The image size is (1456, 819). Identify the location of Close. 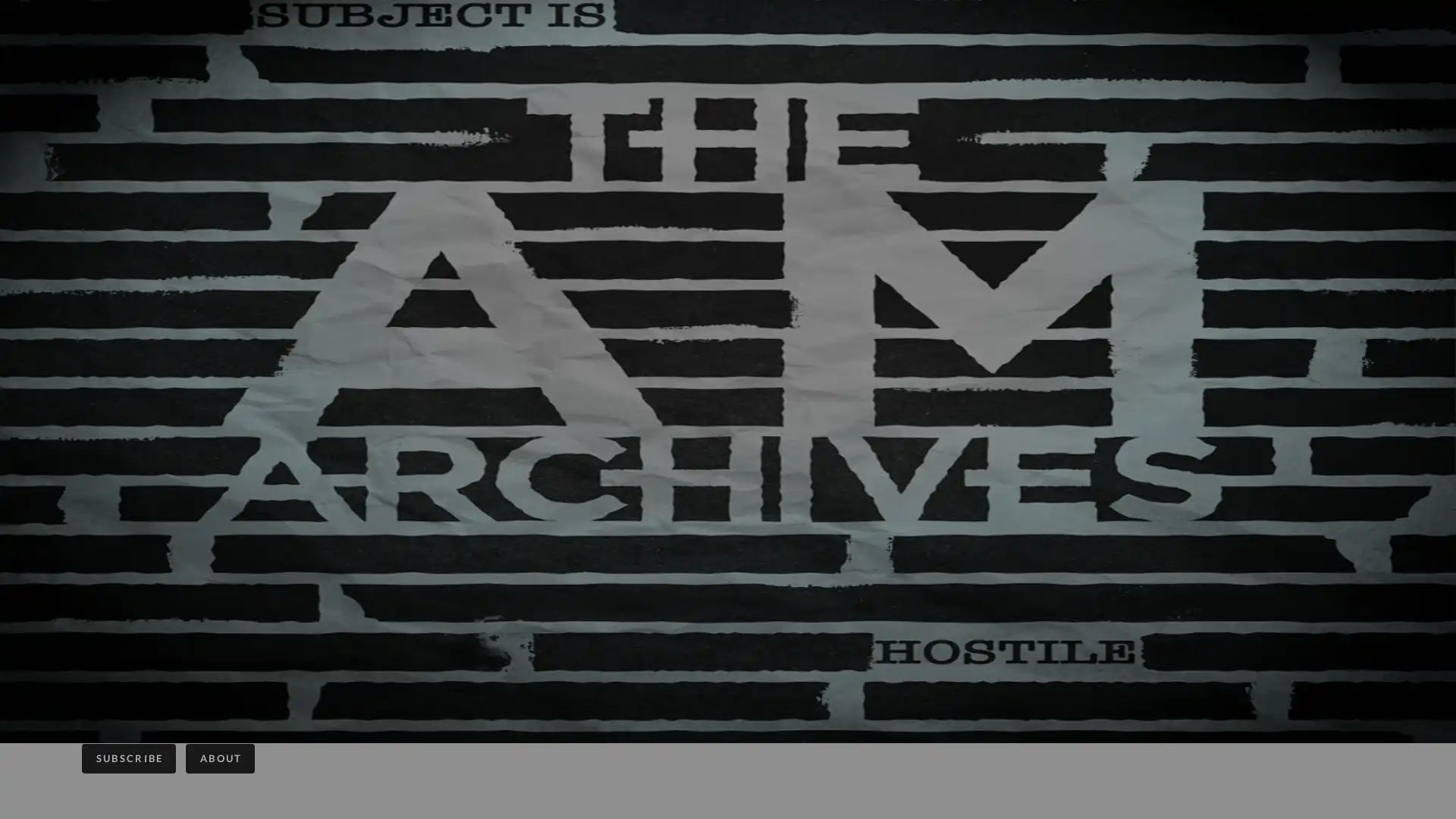
(904, 218).